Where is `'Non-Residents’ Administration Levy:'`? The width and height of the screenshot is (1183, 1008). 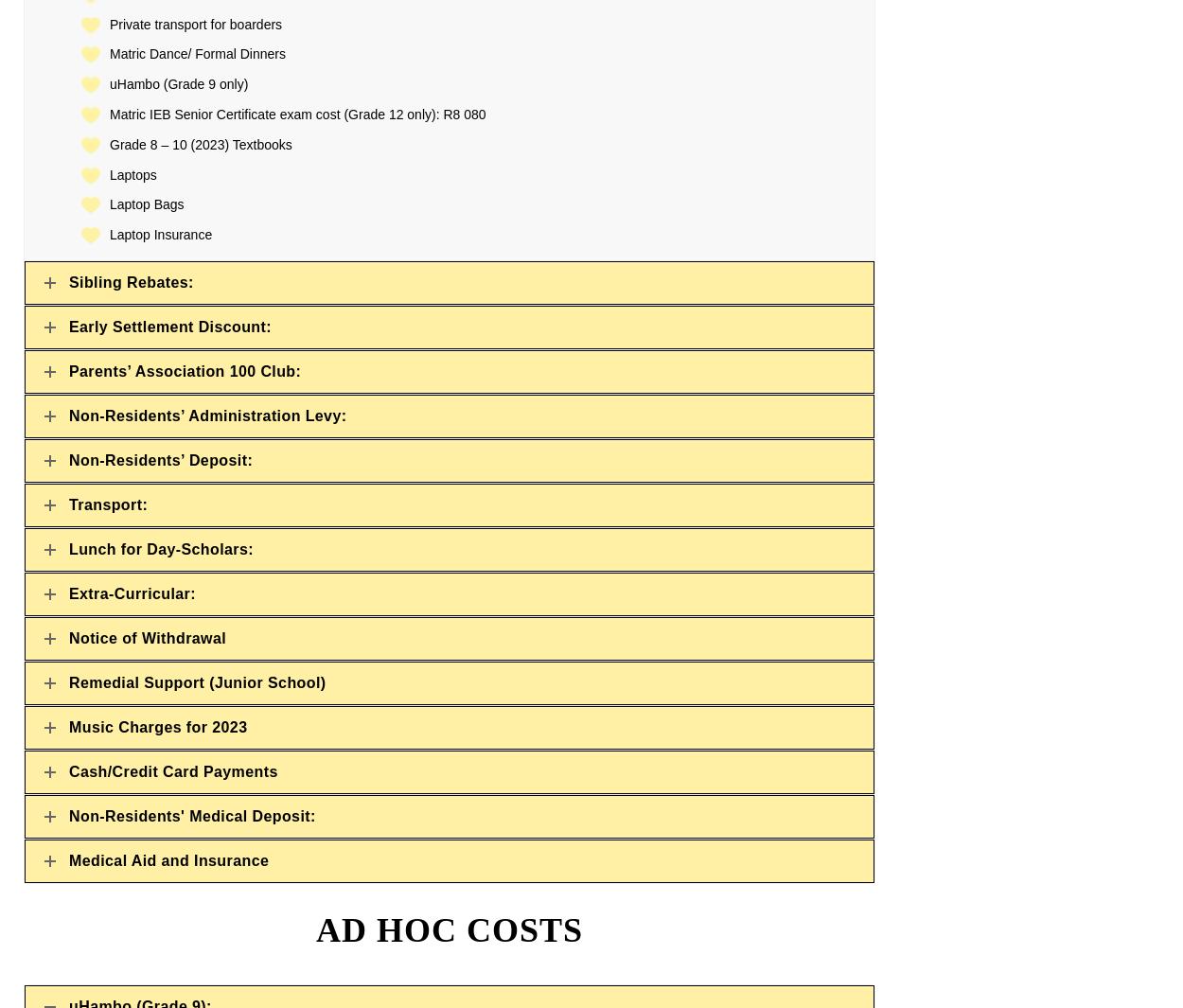
'Non-Residents’ Administration Levy:' is located at coordinates (206, 414).